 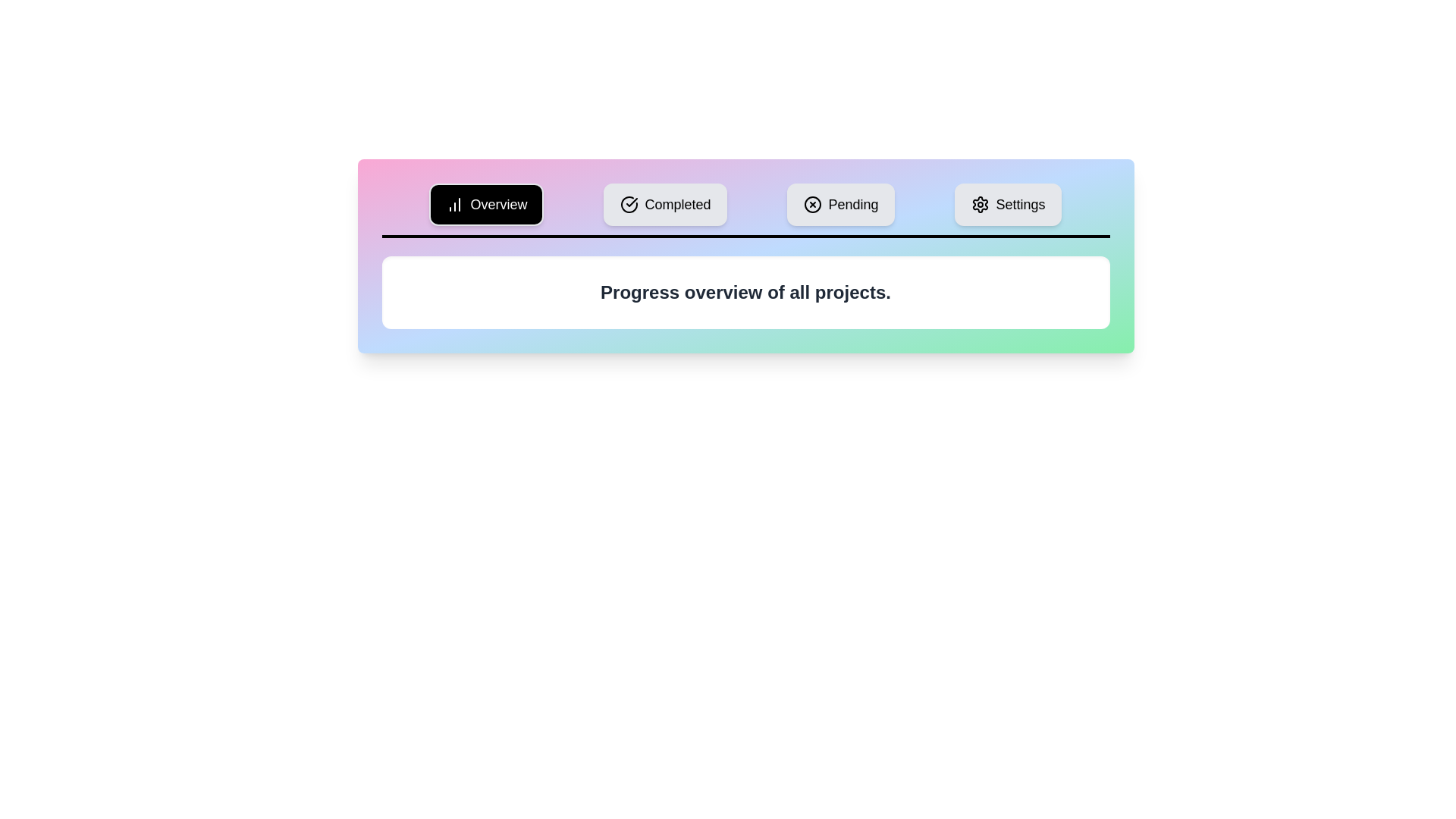 I want to click on the area displaying the text content, which is currently 'Progress overview of all projects.', so click(x=745, y=292).